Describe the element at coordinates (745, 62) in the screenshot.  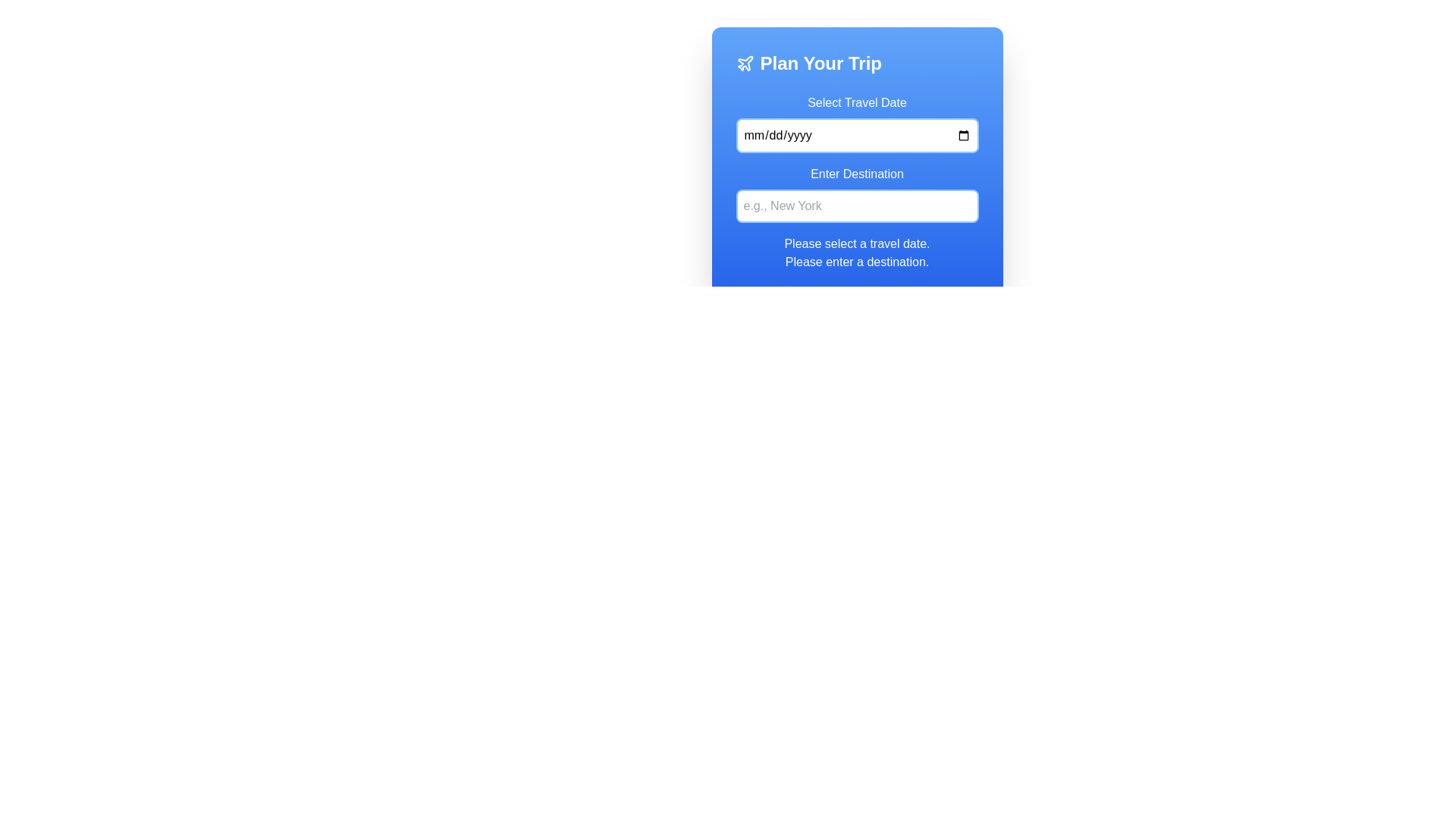
I see `the travel icon located to the left of the text 'Plan Your Trip' in the header section` at that location.